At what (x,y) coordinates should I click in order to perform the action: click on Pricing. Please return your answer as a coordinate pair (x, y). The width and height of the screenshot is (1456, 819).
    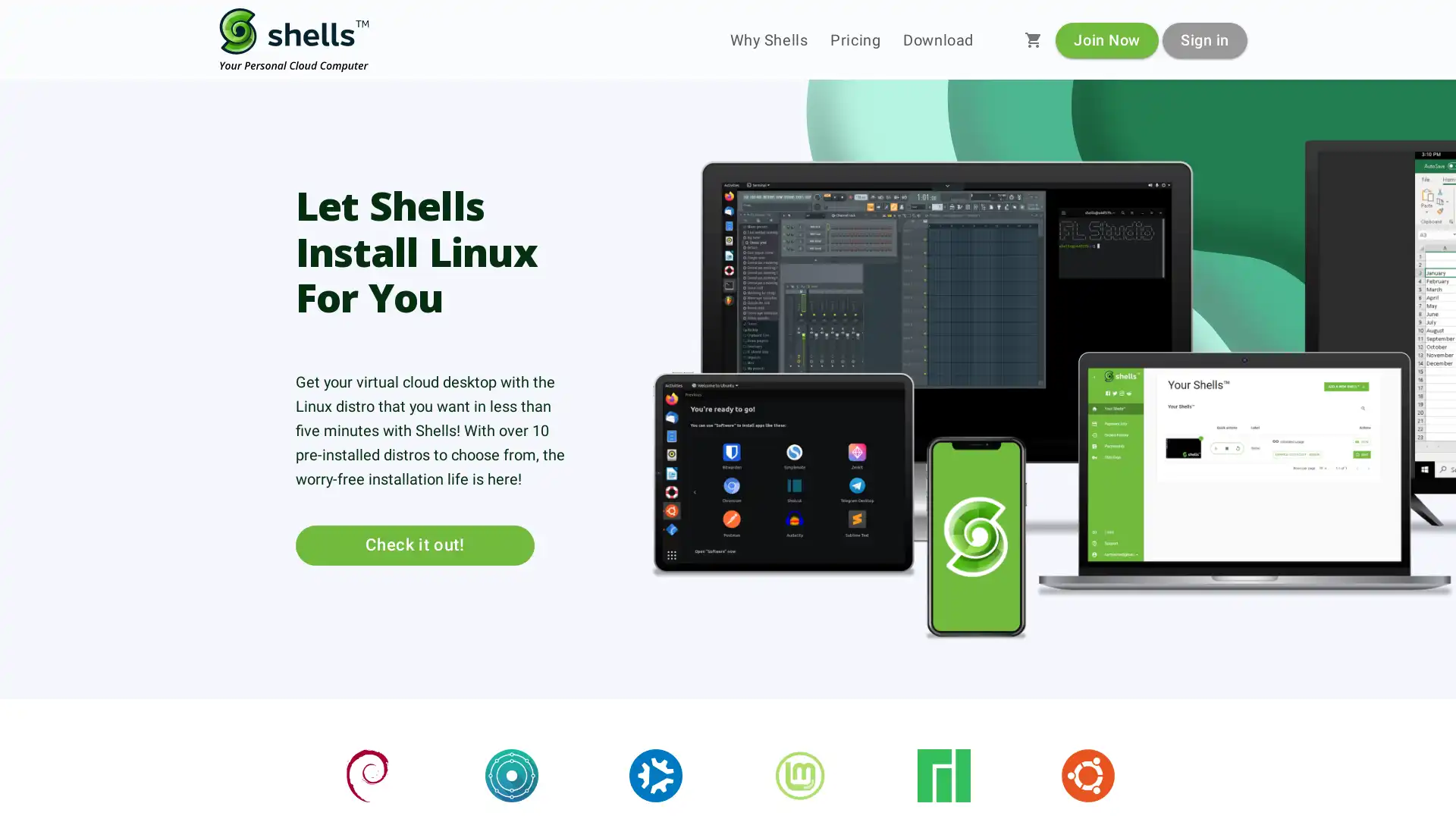
    Looking at the image, I should click on (855, 39).